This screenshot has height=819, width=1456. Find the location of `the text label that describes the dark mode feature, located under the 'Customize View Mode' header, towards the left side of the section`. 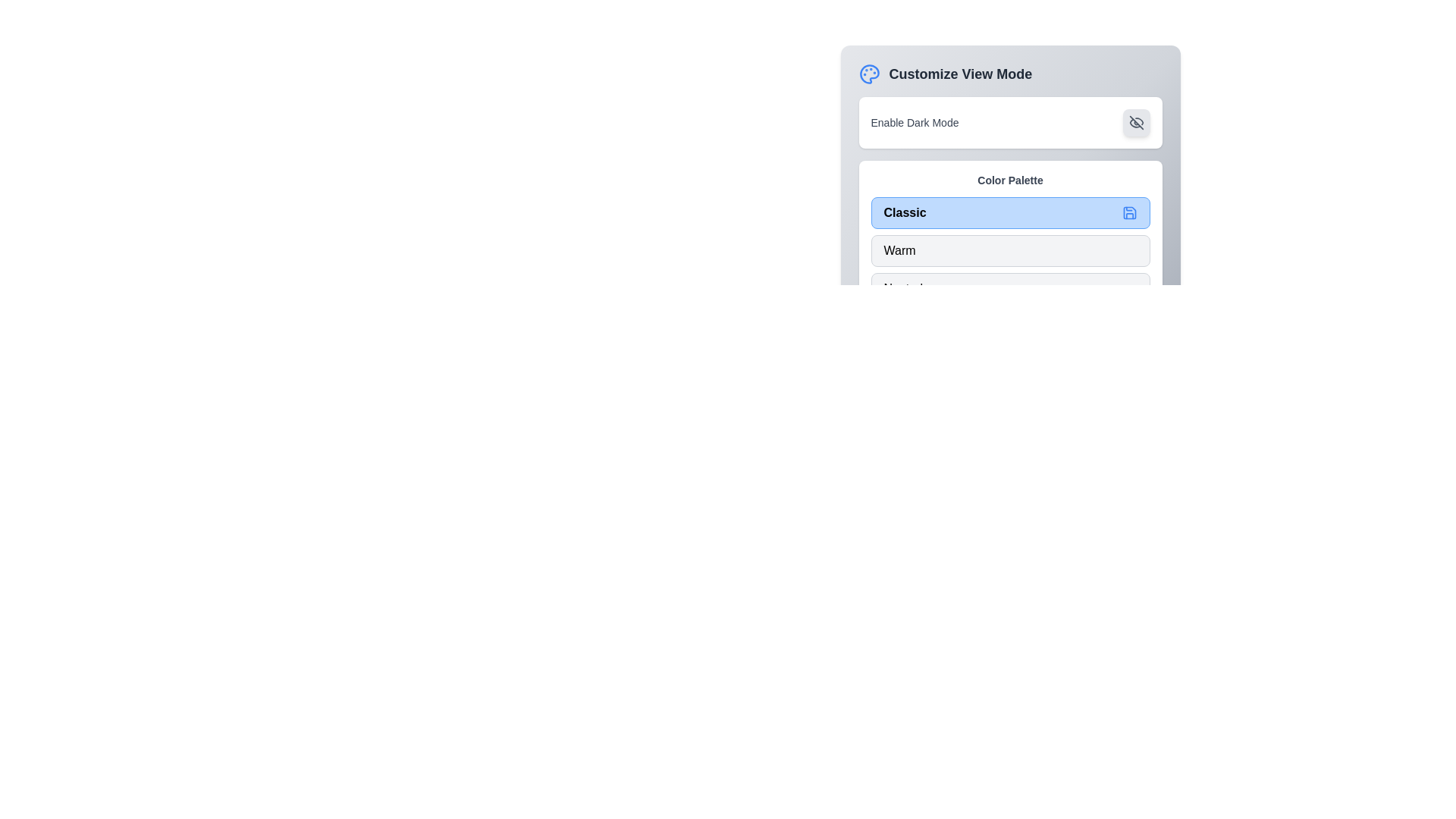

the text label that describes the dark mode feature, located under the 'Customize View Mode' header, towards the left side of the section is located at coordinates (914, 122).